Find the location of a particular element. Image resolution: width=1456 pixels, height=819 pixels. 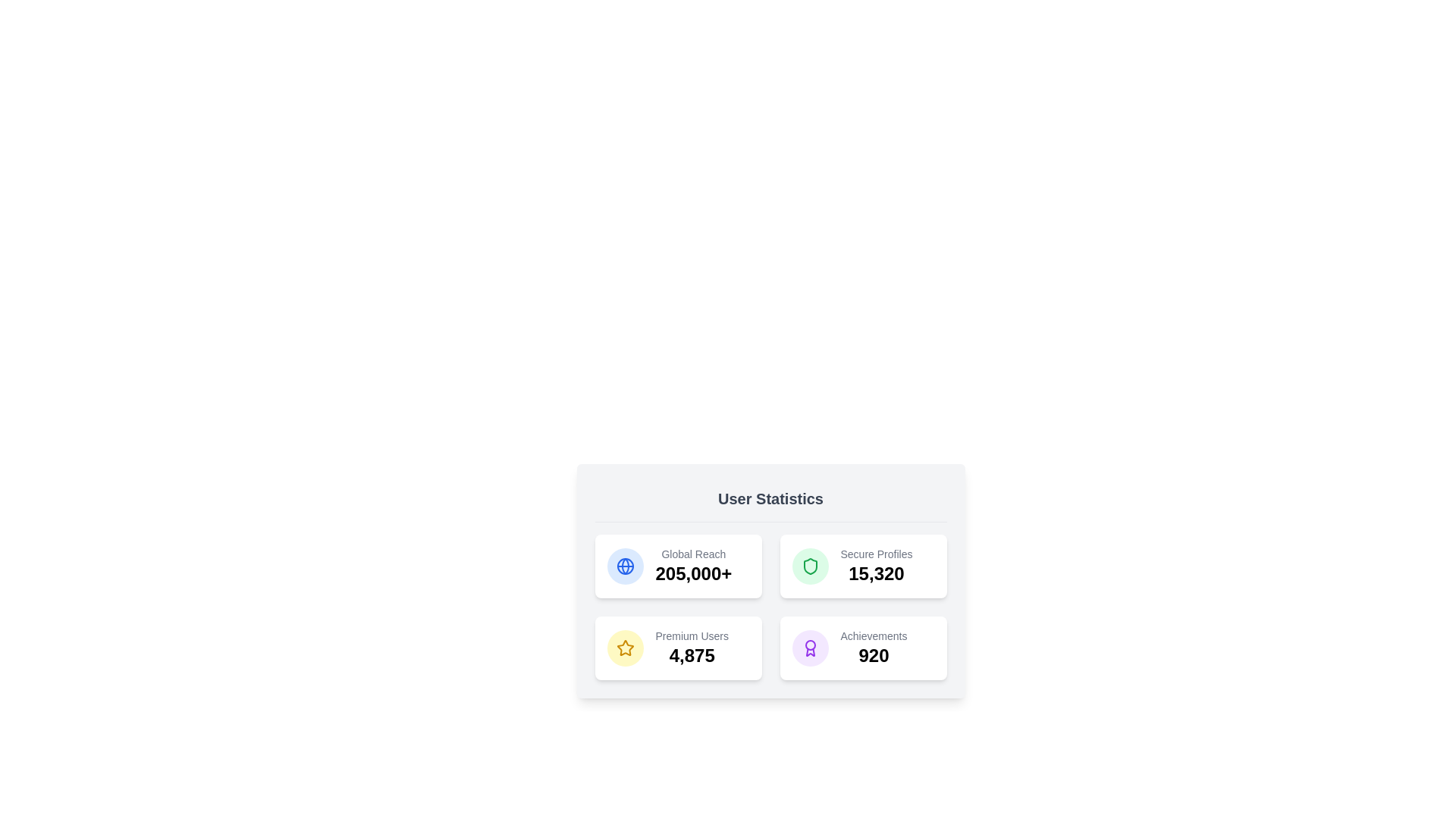

displayed information on the third card in the grid layout, which shows 'Premium Users 4,875' is located at coordinates (677, 648).